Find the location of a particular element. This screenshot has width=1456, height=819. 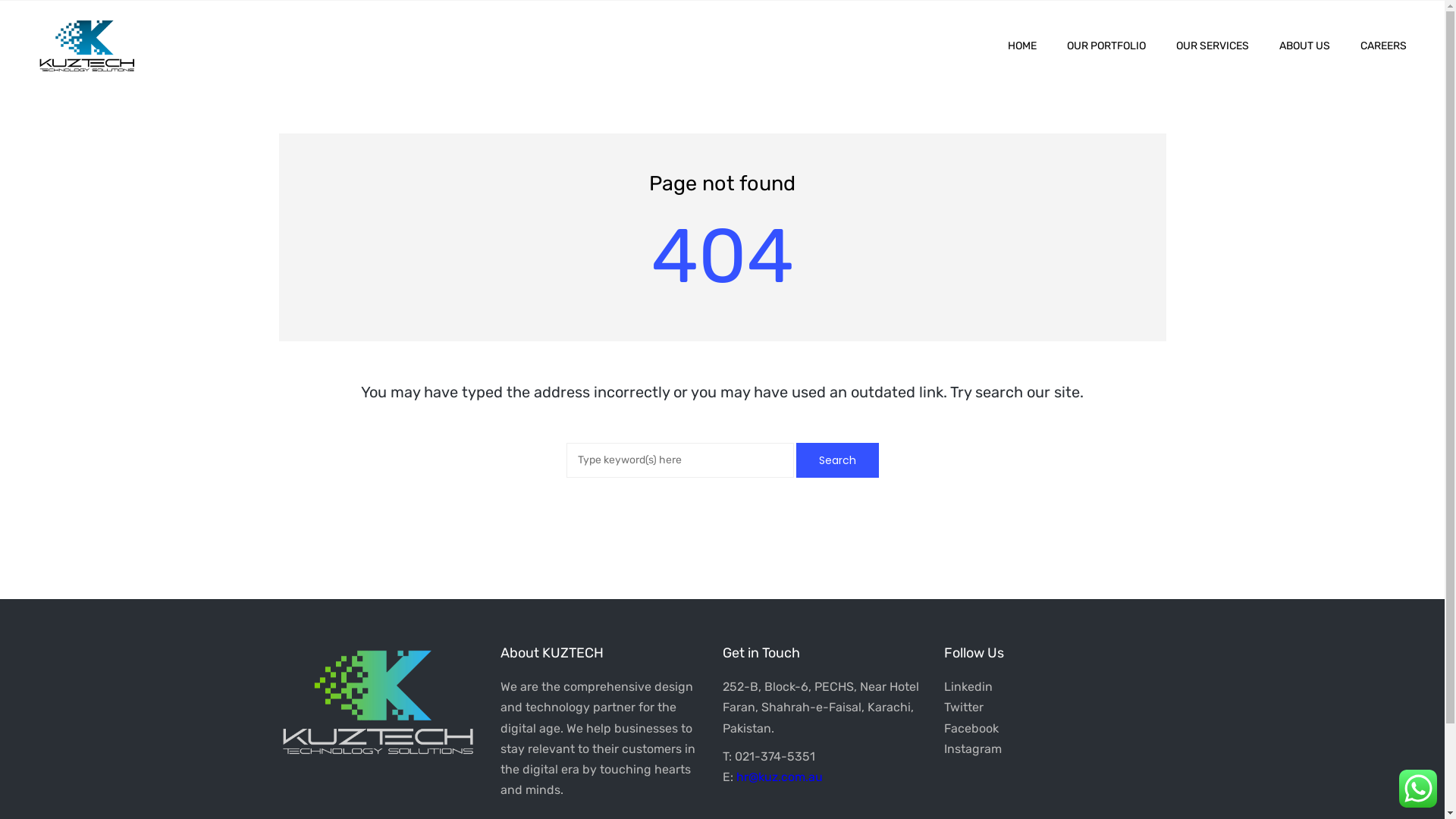

'Twitter' is located at coordinates (963, 707).